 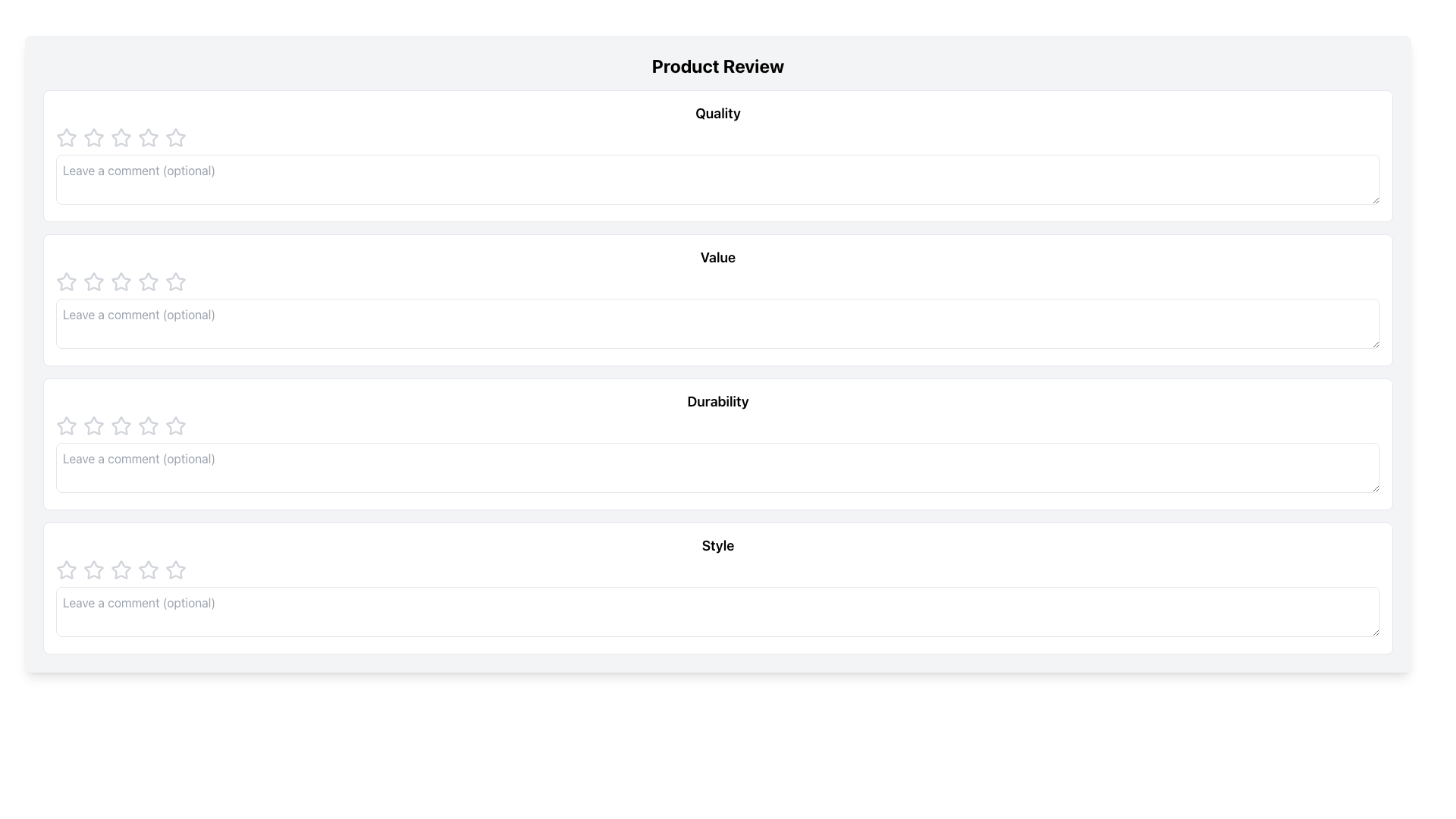 I want to click on individual stars in the star rating control located in the 'Style' section of the review form to rate, so click(x=717, y=570).